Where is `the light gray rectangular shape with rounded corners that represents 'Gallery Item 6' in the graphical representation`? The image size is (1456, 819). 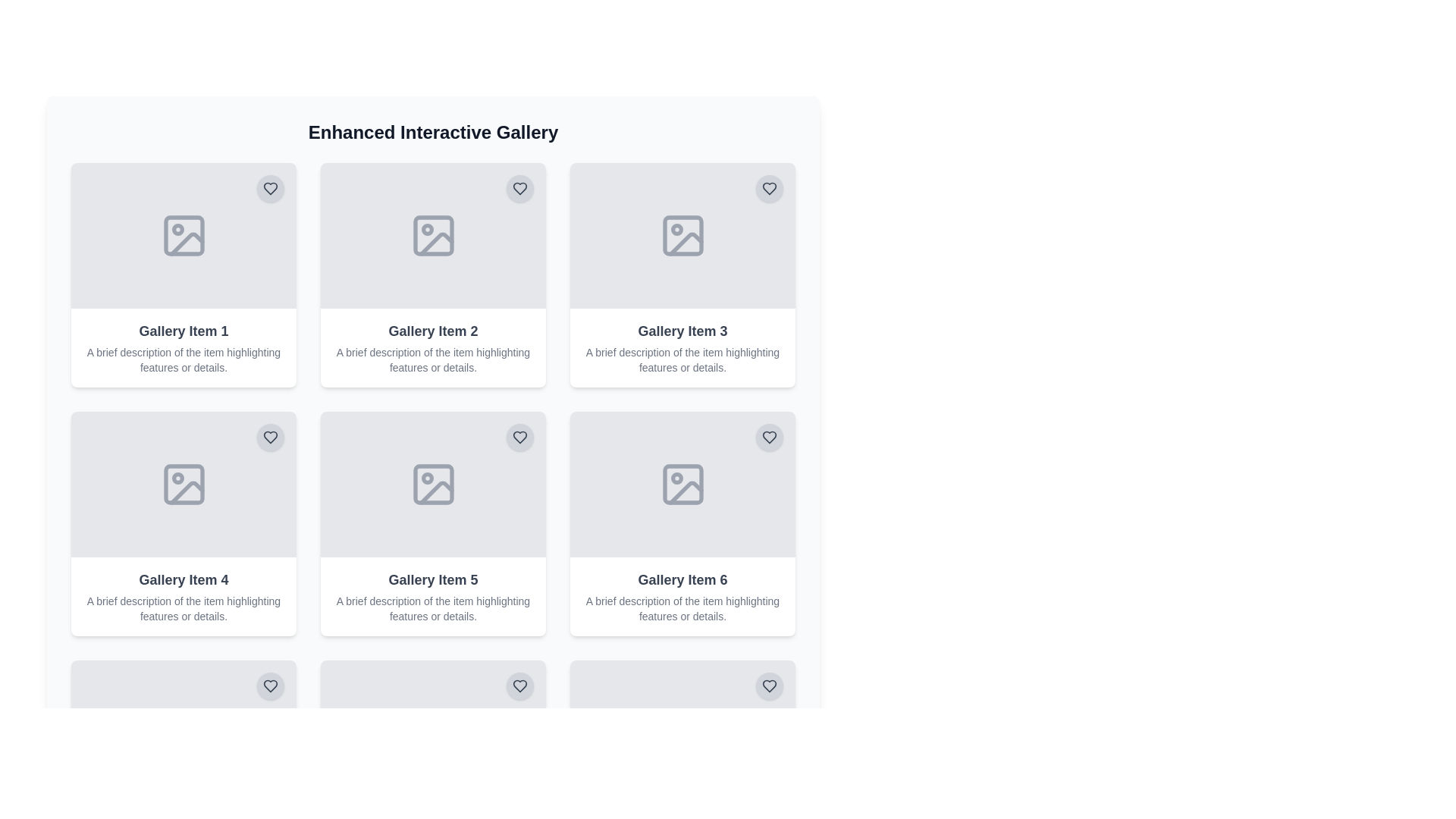 the light gray rectangular shape with rounded corners that represents 'Gallery Item 6' in the graphical representation is located at coordinates (682, 485).